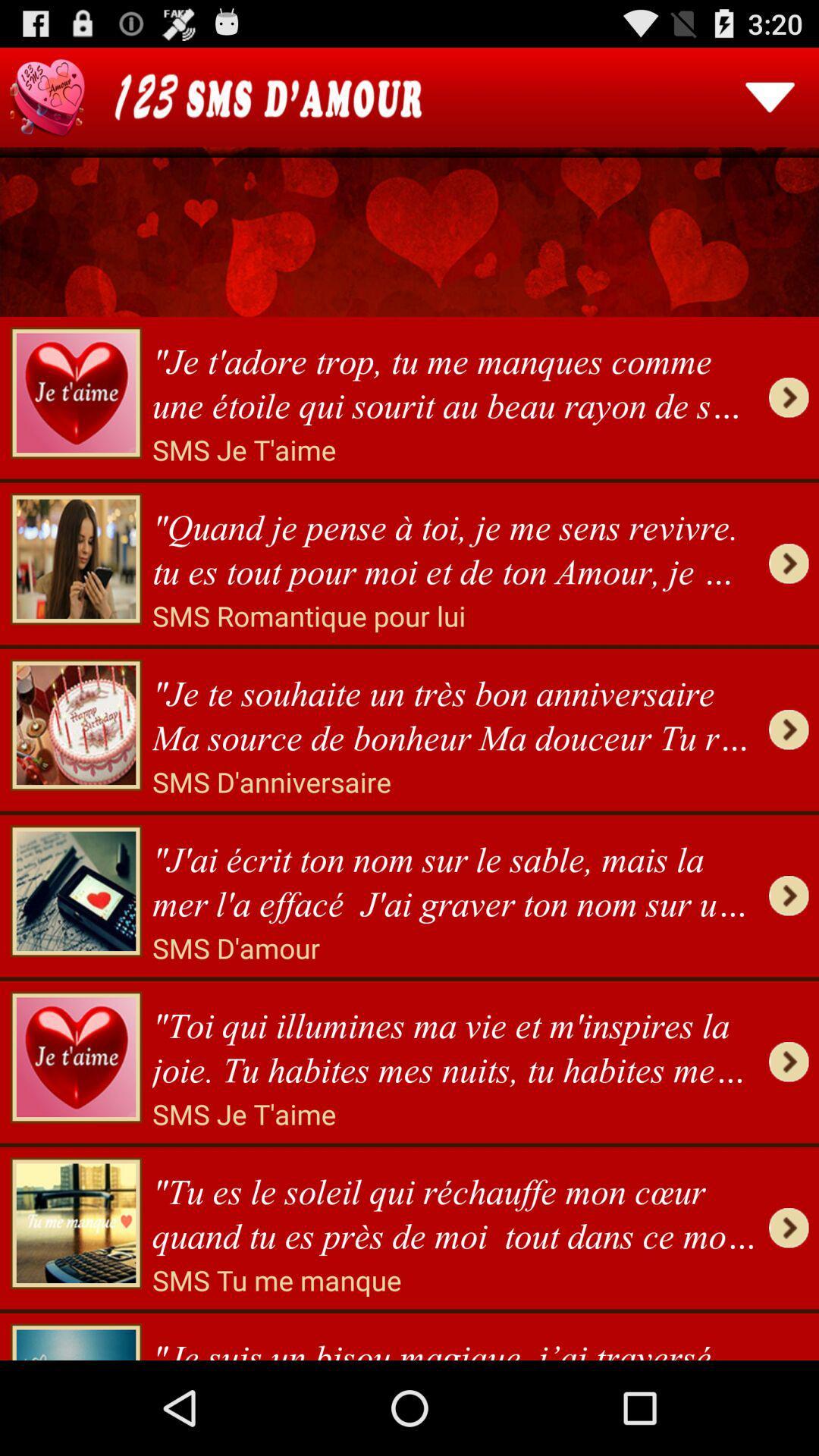  I want to click on icon below quand je pense, so click(308, 616).